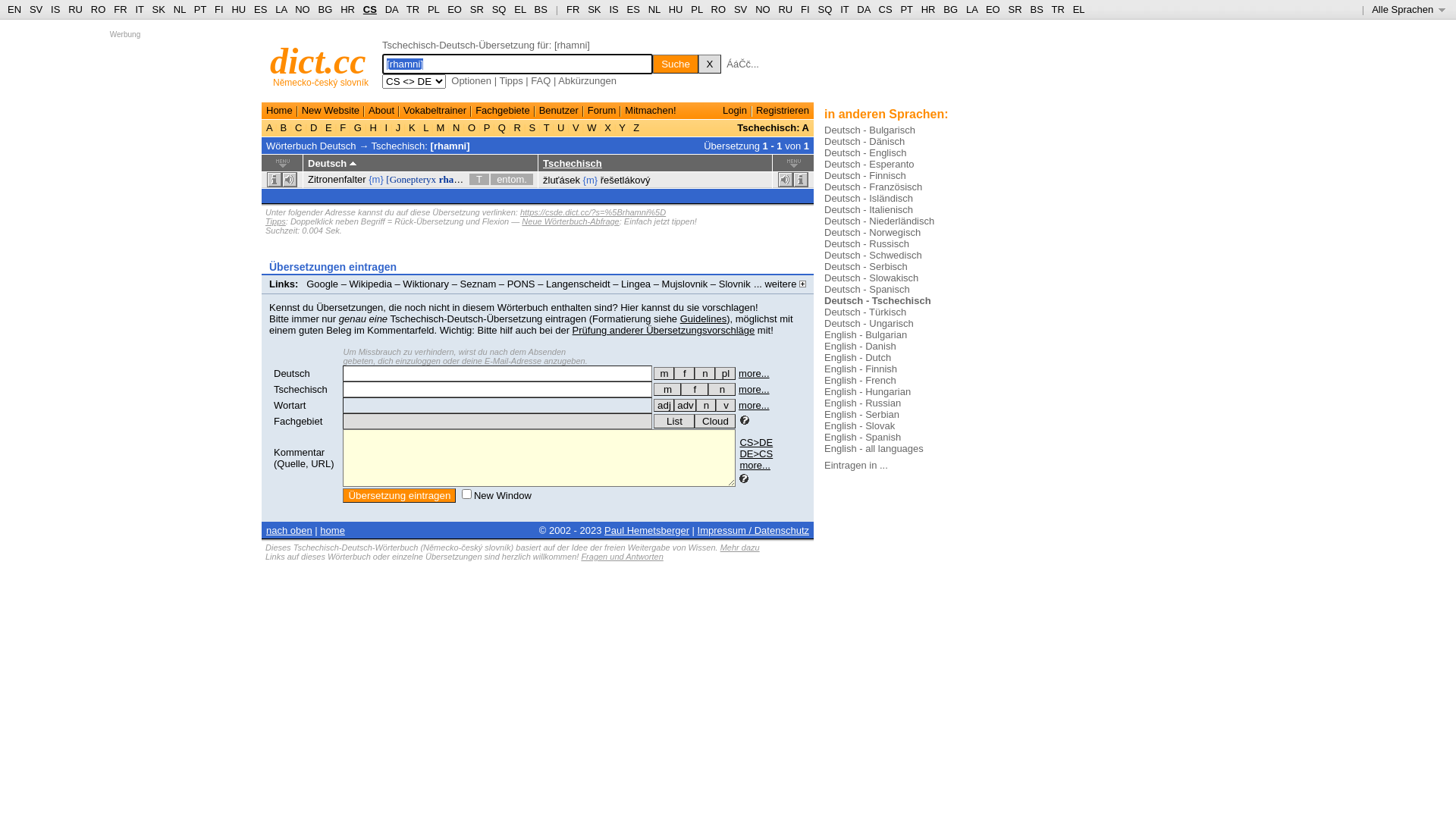 The width and height of the screenshot is (1456, 819). I want to click on 'N', so click(449, 127).